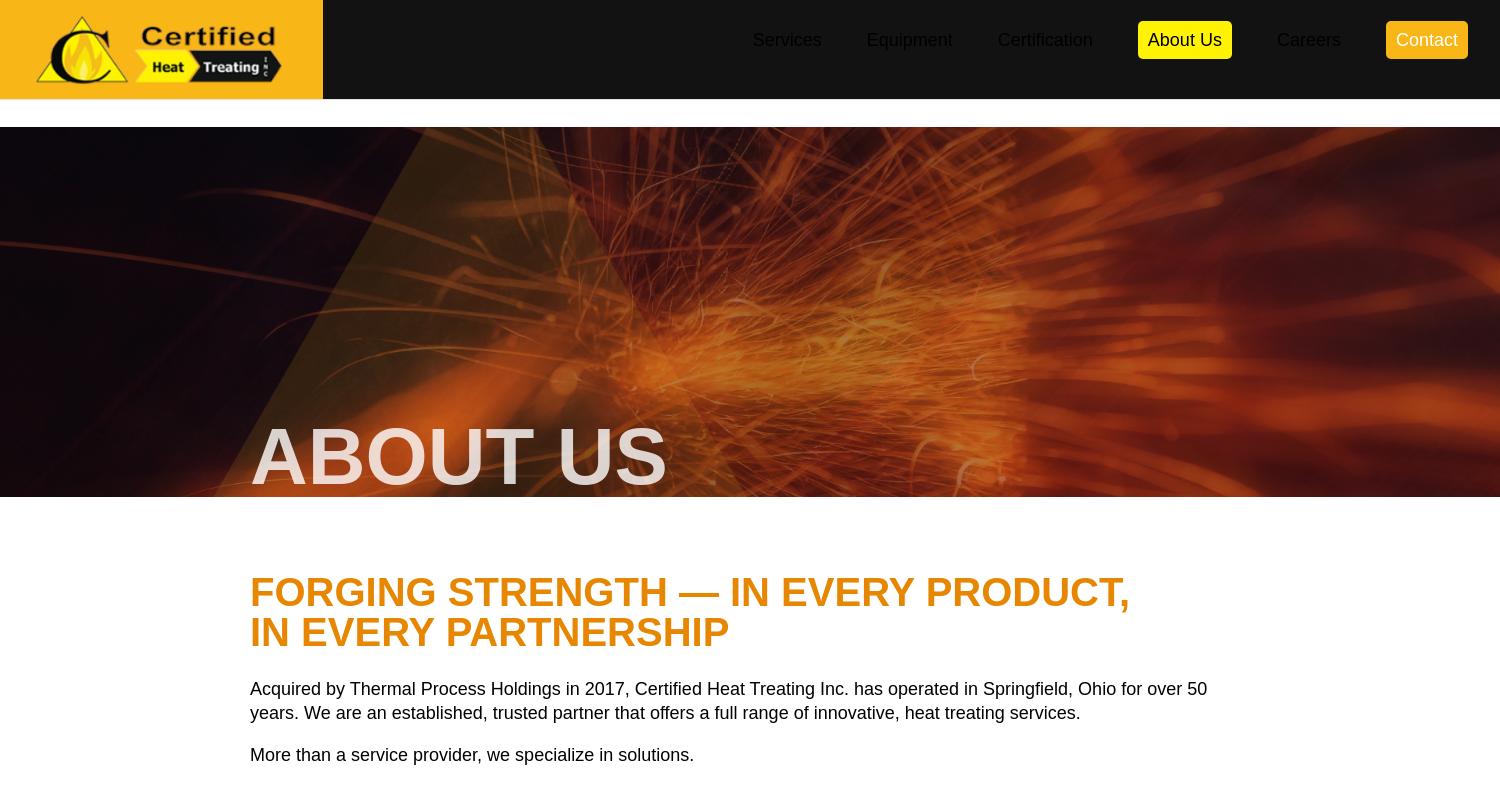 This screenshot has height=798, width=1500. I want to click on 'in every partnership', so click(488, 631).